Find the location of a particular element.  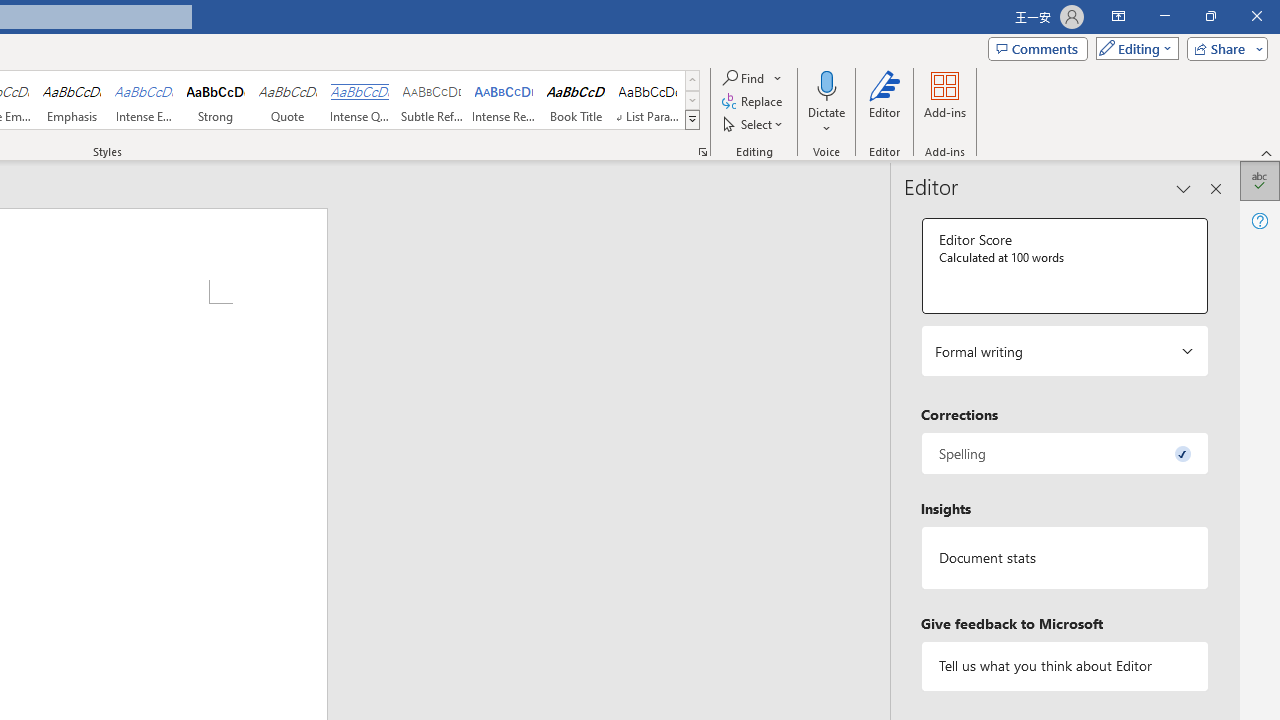

'Intense Quote' is located at coordinates (359, 100).